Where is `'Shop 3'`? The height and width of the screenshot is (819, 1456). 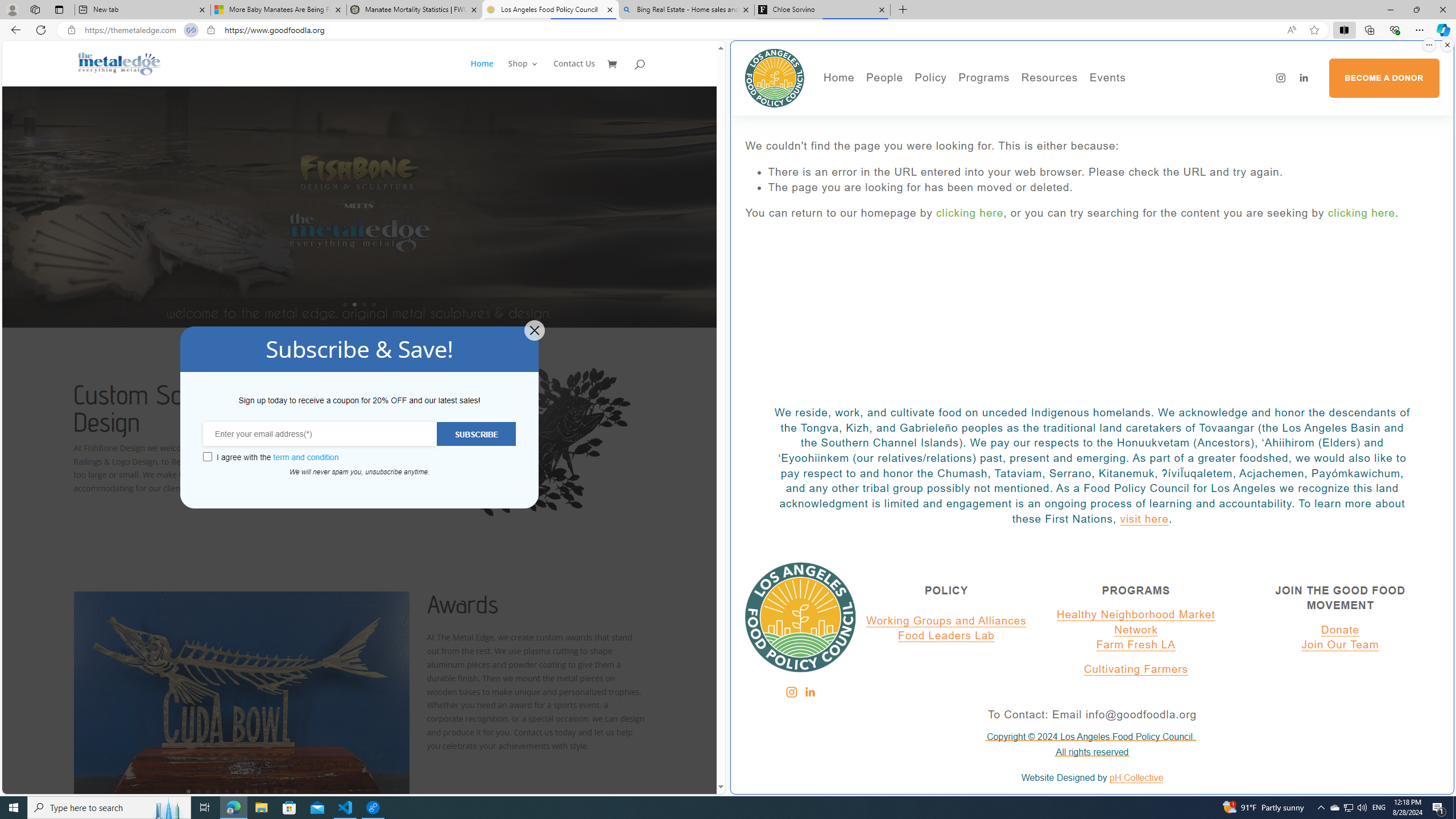 'Shop 3' is located at coordinates (523, 72).